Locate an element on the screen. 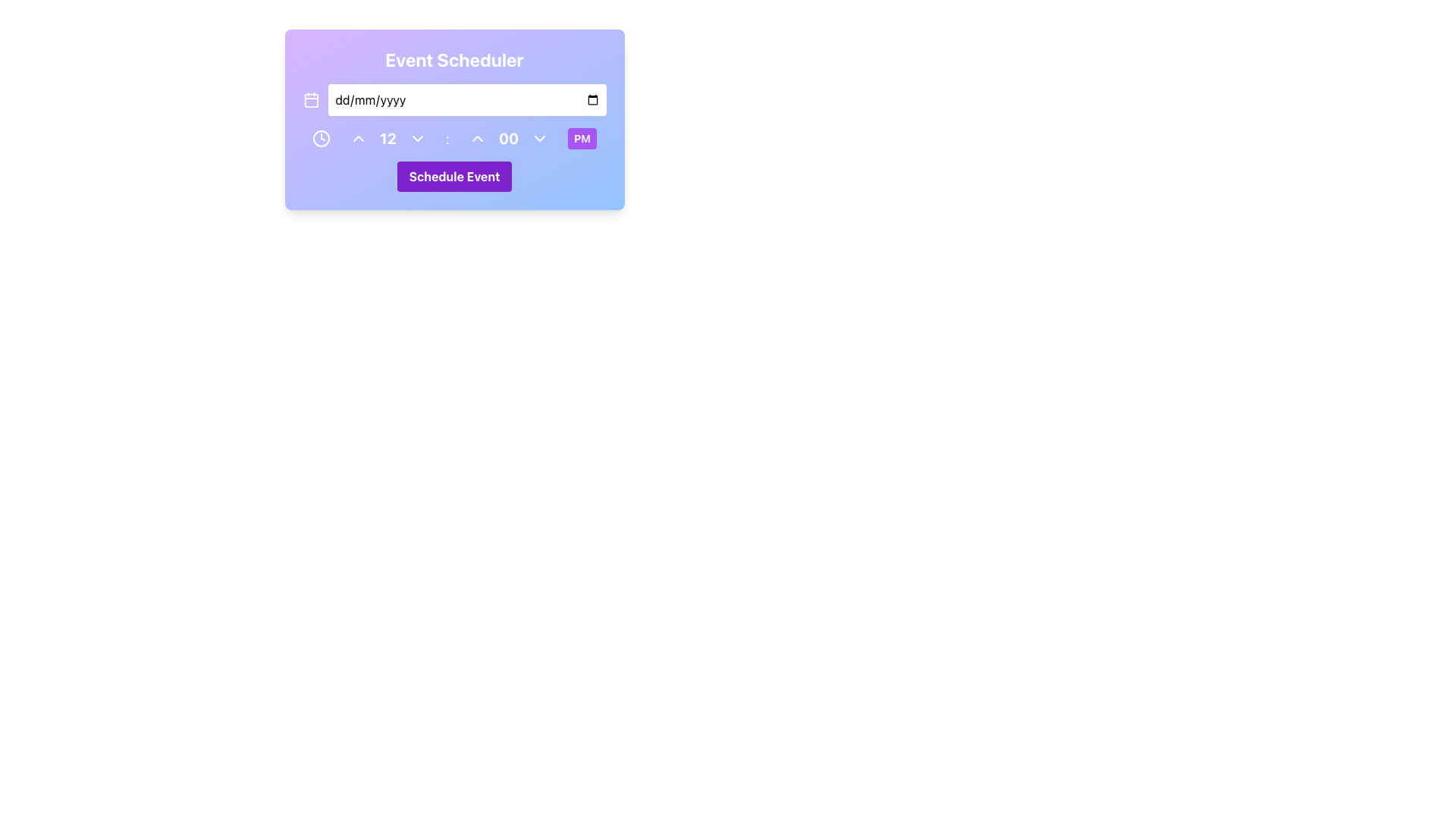 Image resolution: width=1456 pixels, height=819 pixels. the toggle button located on the far right of the time configuration component to switch between AM and PM is located at coordinates (582, 138).